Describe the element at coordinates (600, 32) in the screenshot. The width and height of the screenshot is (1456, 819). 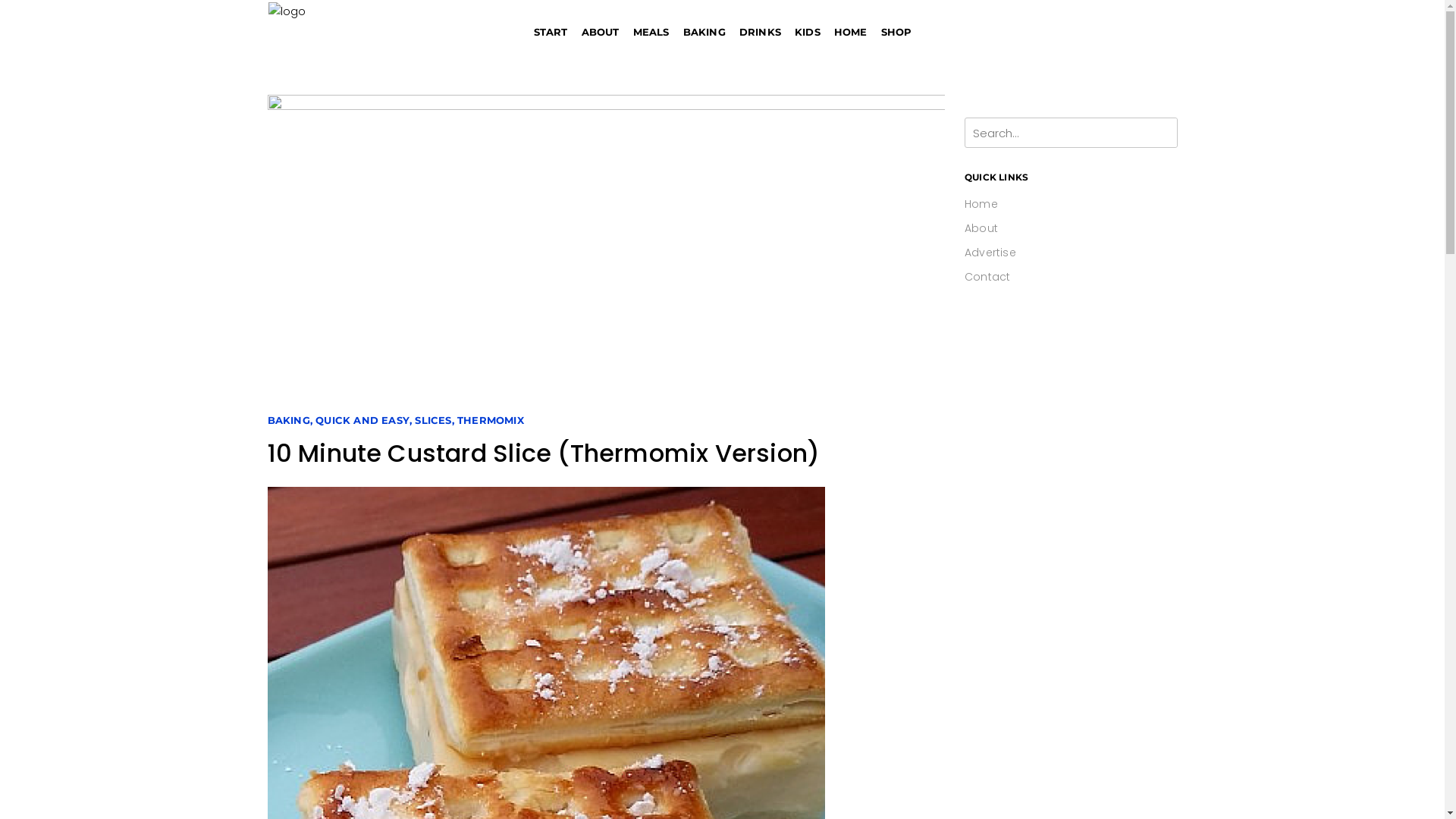
I see `'ABOUT'` at that location.